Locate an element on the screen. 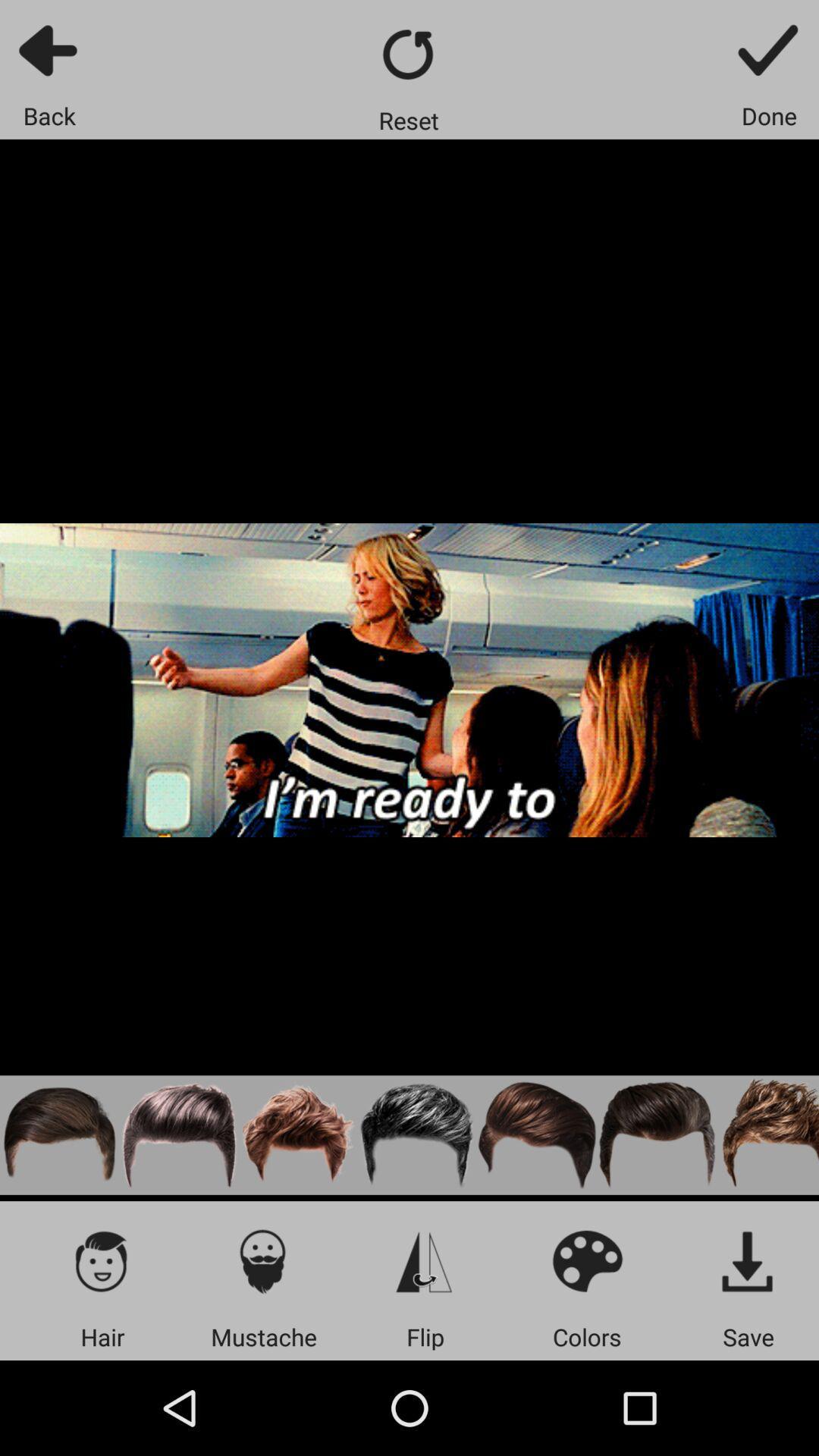 The height and width of the screenshot is (1456, 819). flip photo is located at coordinates (425, 1260).